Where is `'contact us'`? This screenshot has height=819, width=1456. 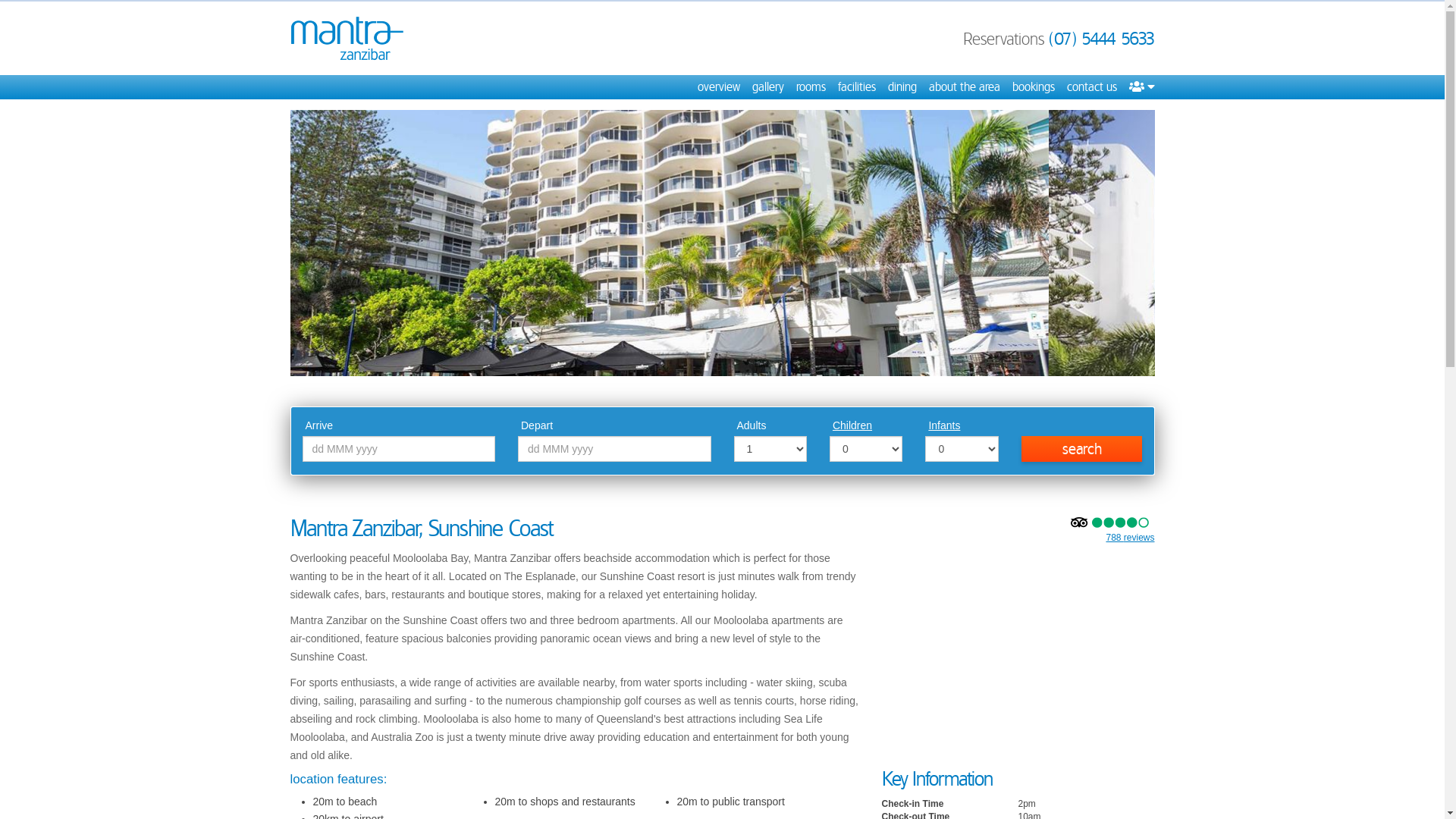
'contact us' is located at coordinates (1065, 87).